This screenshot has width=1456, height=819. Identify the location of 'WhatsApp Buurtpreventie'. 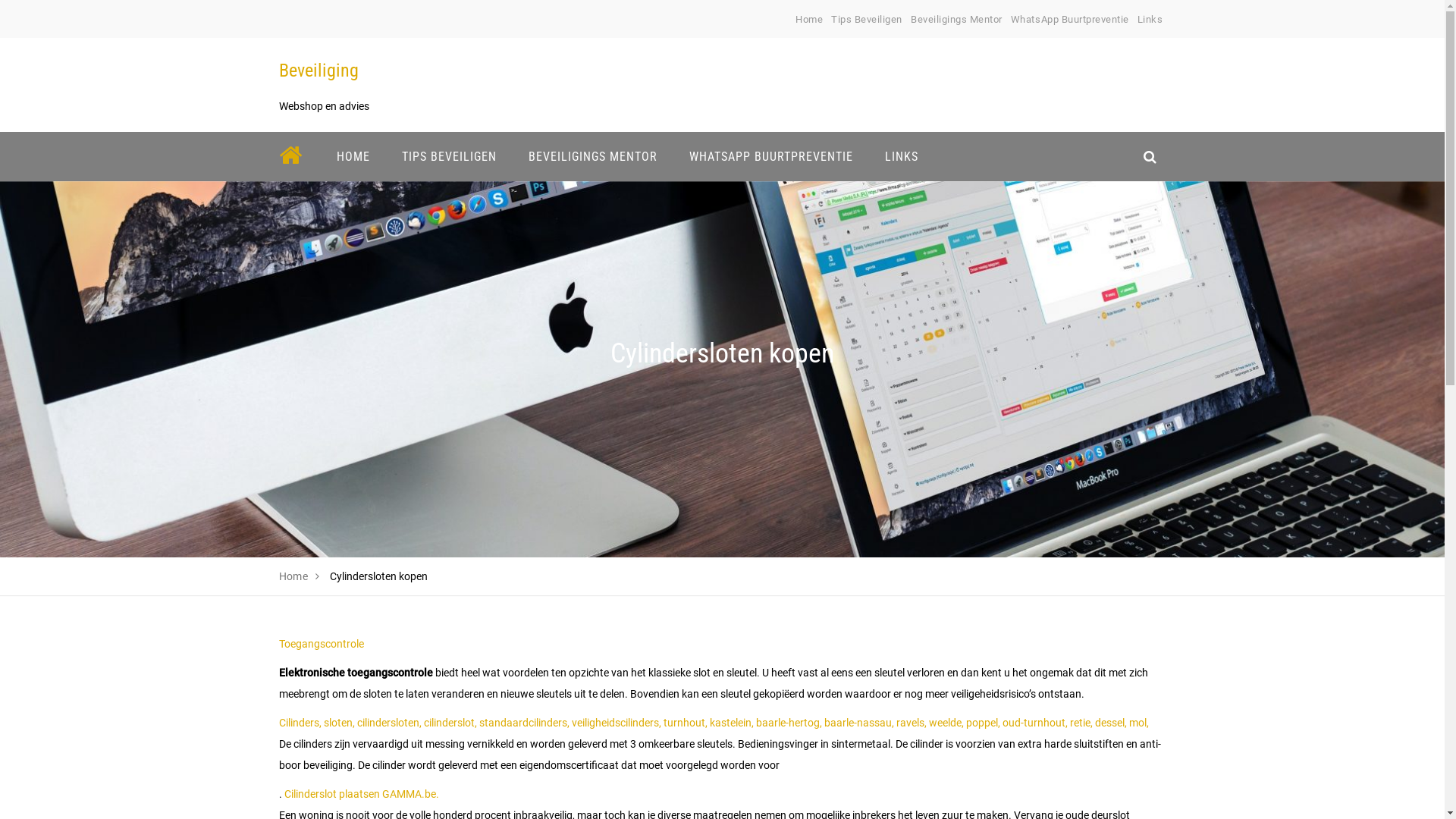
(1069, 19).